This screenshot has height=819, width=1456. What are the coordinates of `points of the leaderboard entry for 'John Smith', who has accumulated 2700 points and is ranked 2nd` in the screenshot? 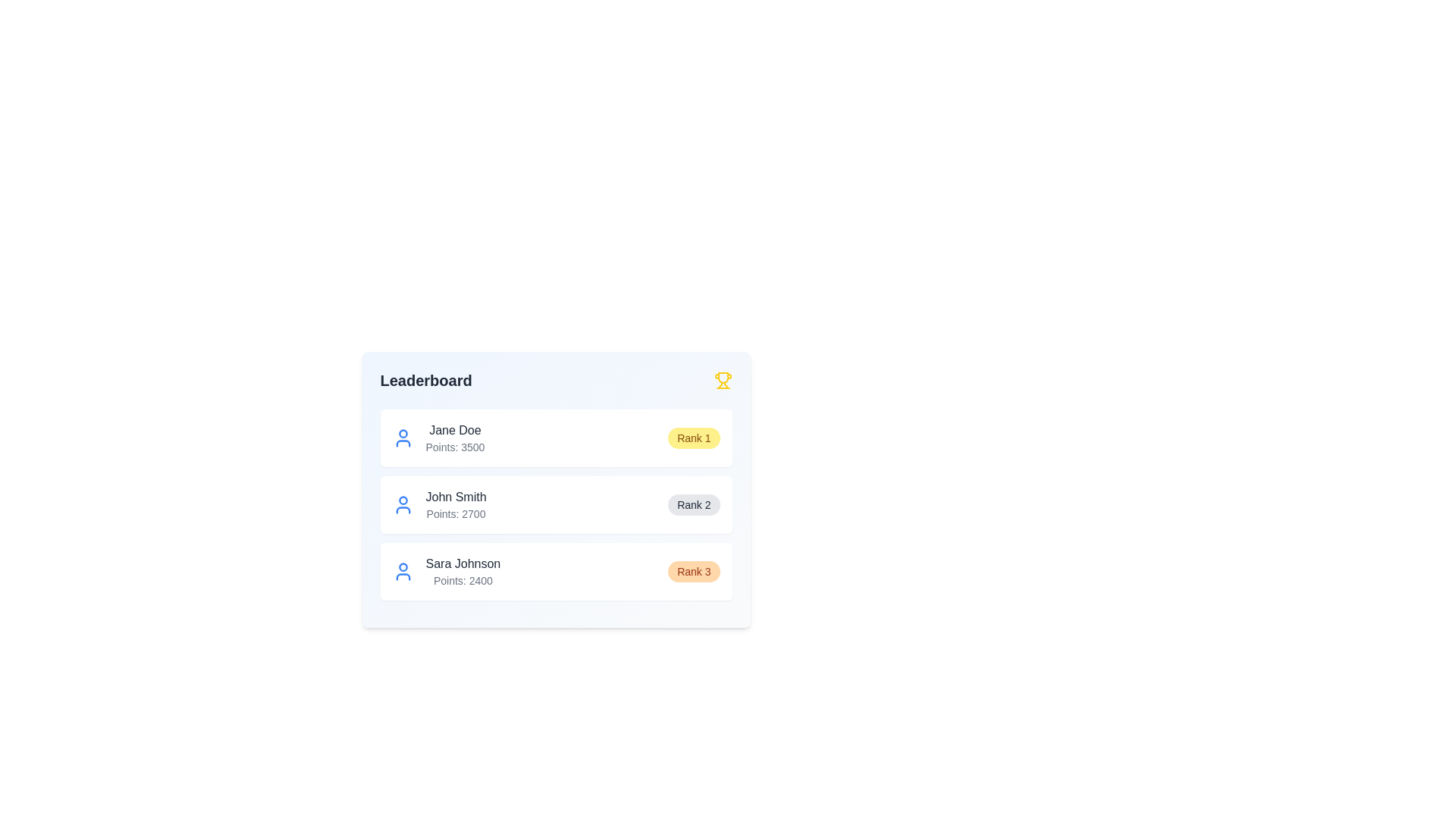 It's located at (555, 503).